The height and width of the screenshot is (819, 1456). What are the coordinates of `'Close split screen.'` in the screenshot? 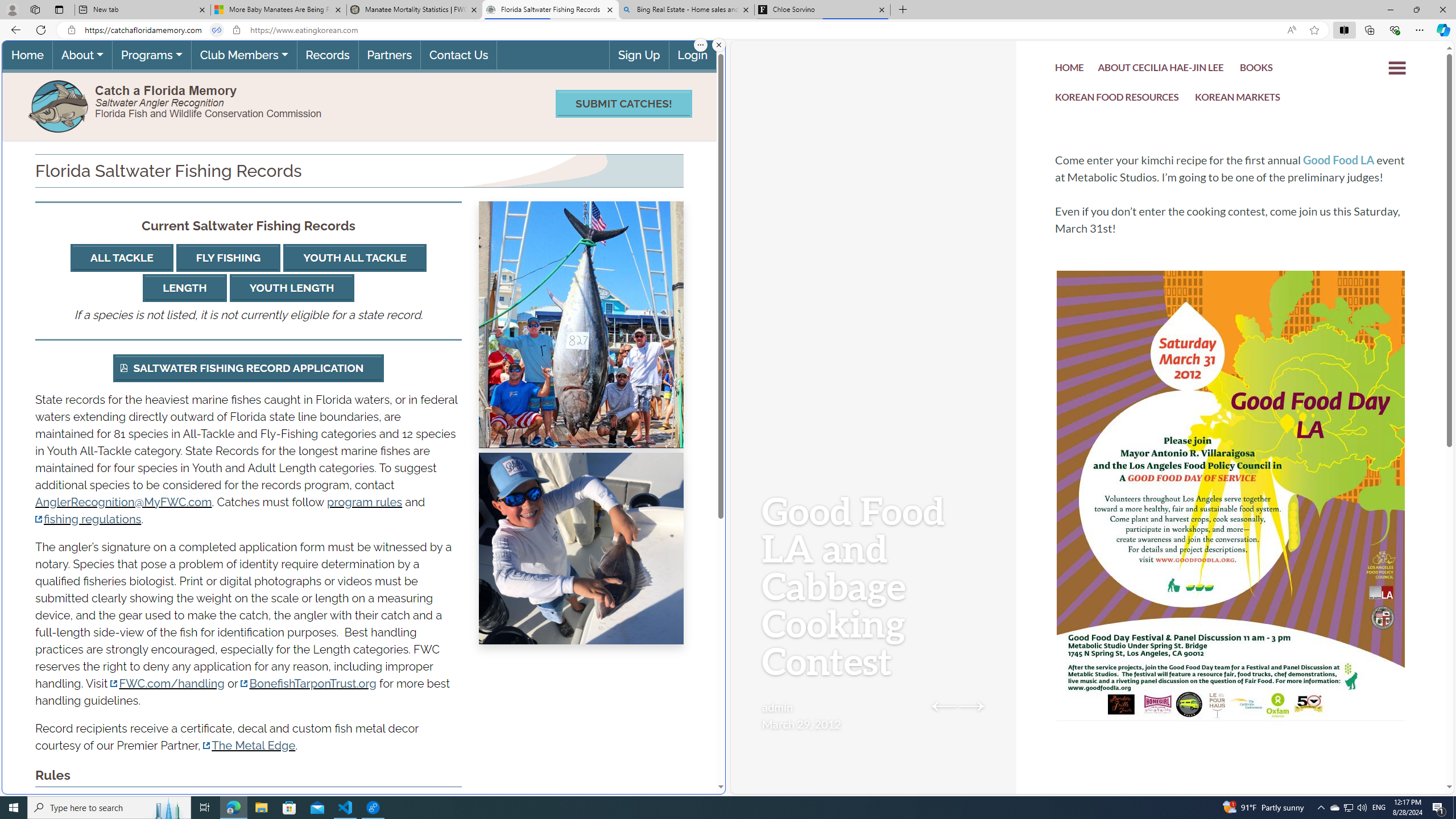 It's located at (718, 44).